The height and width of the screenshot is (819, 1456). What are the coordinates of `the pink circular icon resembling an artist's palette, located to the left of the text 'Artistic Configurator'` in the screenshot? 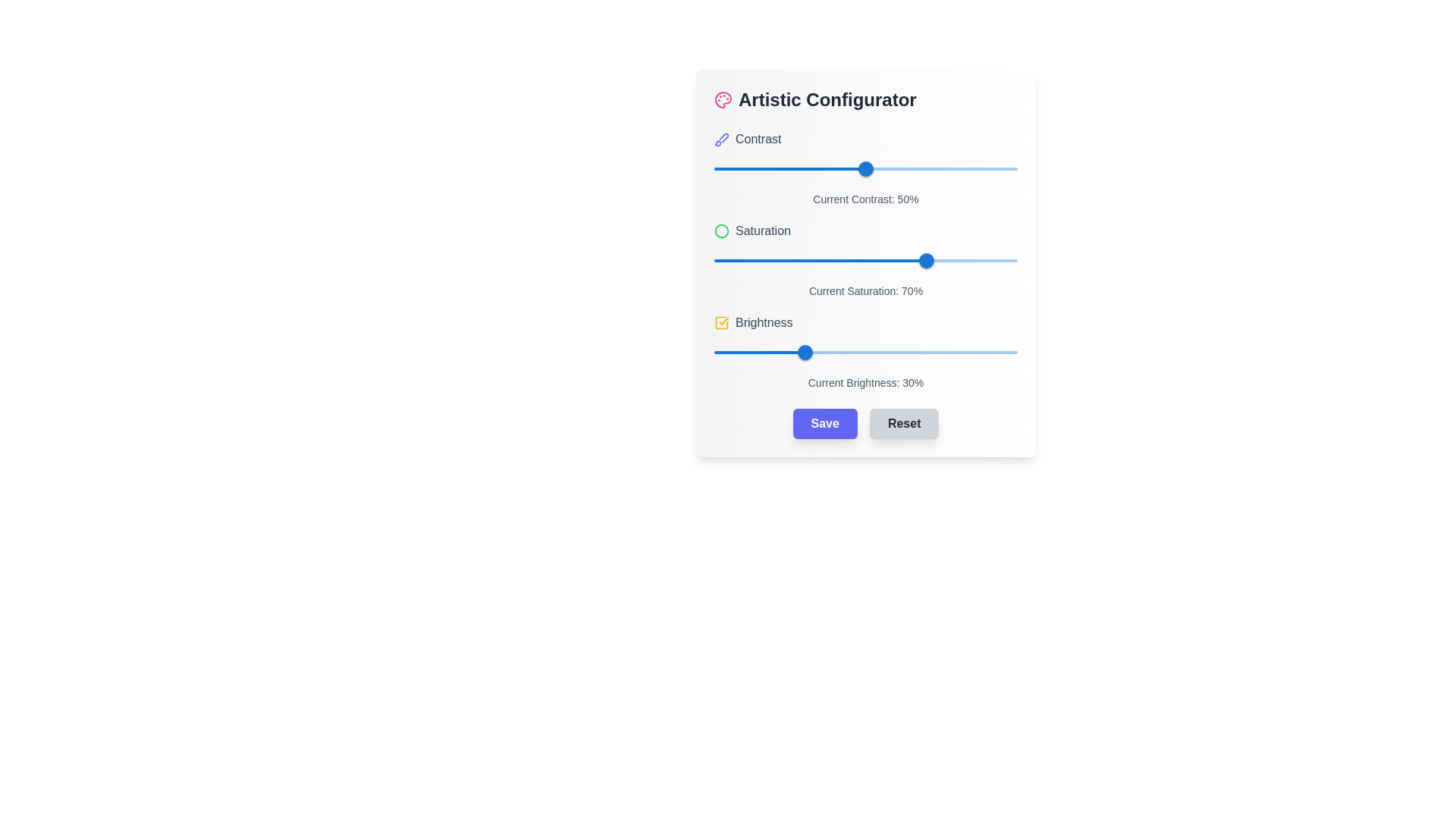 It's located at (723, 99).